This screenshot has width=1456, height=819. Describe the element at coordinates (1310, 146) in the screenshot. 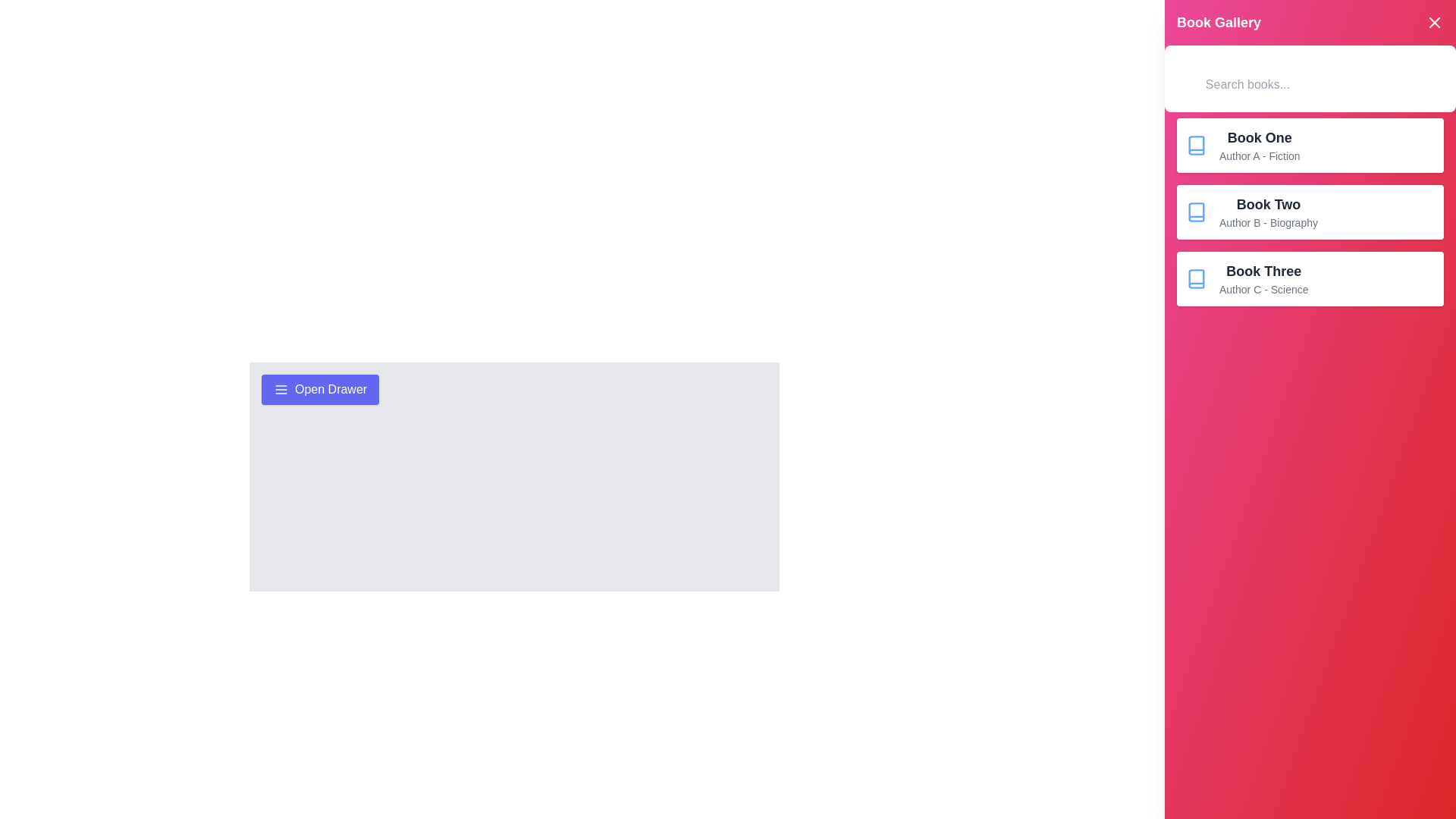

I see `the book item corresponding to Book One to view its details` at that location.